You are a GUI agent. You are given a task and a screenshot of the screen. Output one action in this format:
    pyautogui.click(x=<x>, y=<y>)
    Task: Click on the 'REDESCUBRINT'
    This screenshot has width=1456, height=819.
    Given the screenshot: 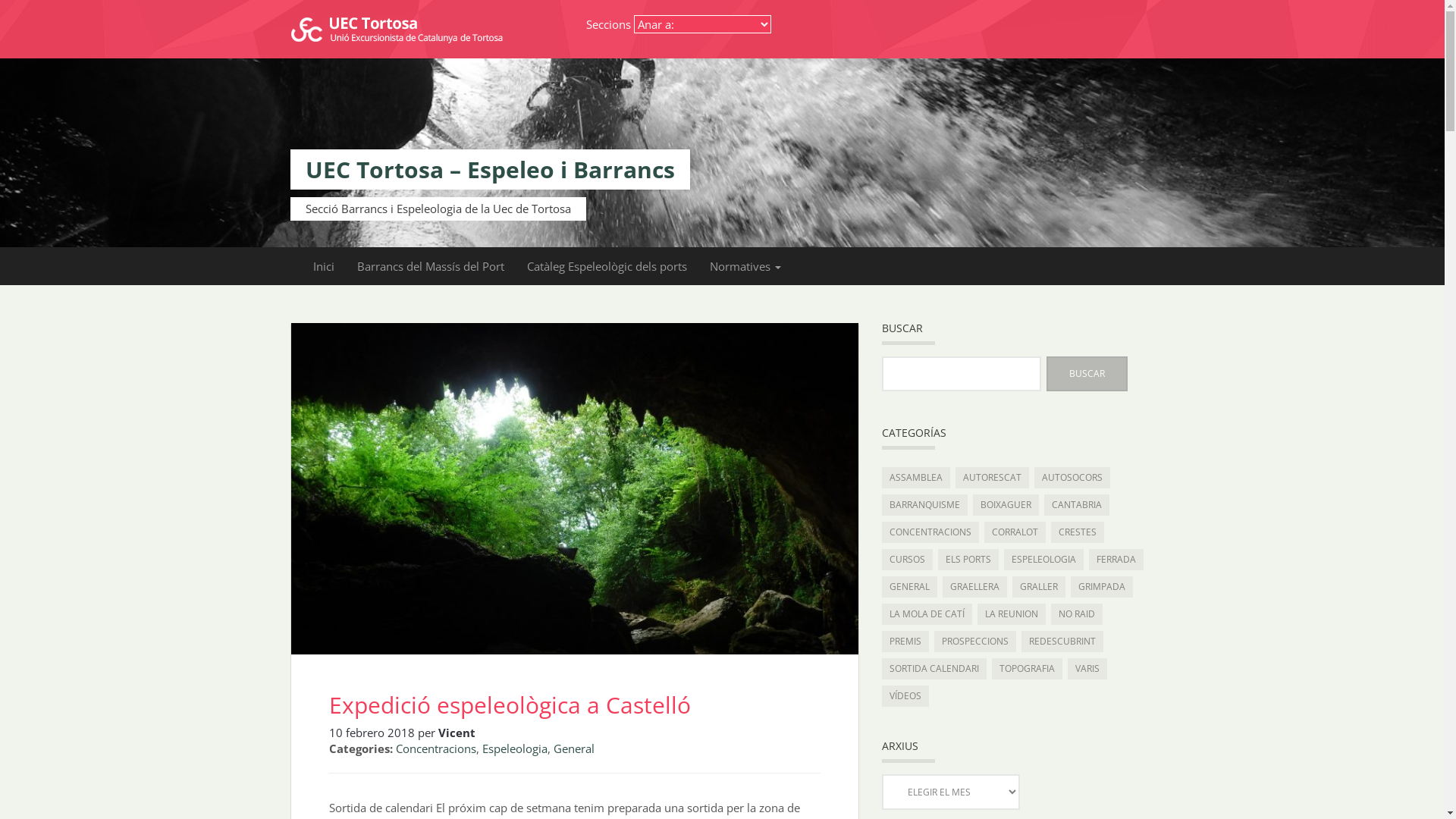 What is the action you would take?
    pyautogui.click(x=1061, y=641)
    